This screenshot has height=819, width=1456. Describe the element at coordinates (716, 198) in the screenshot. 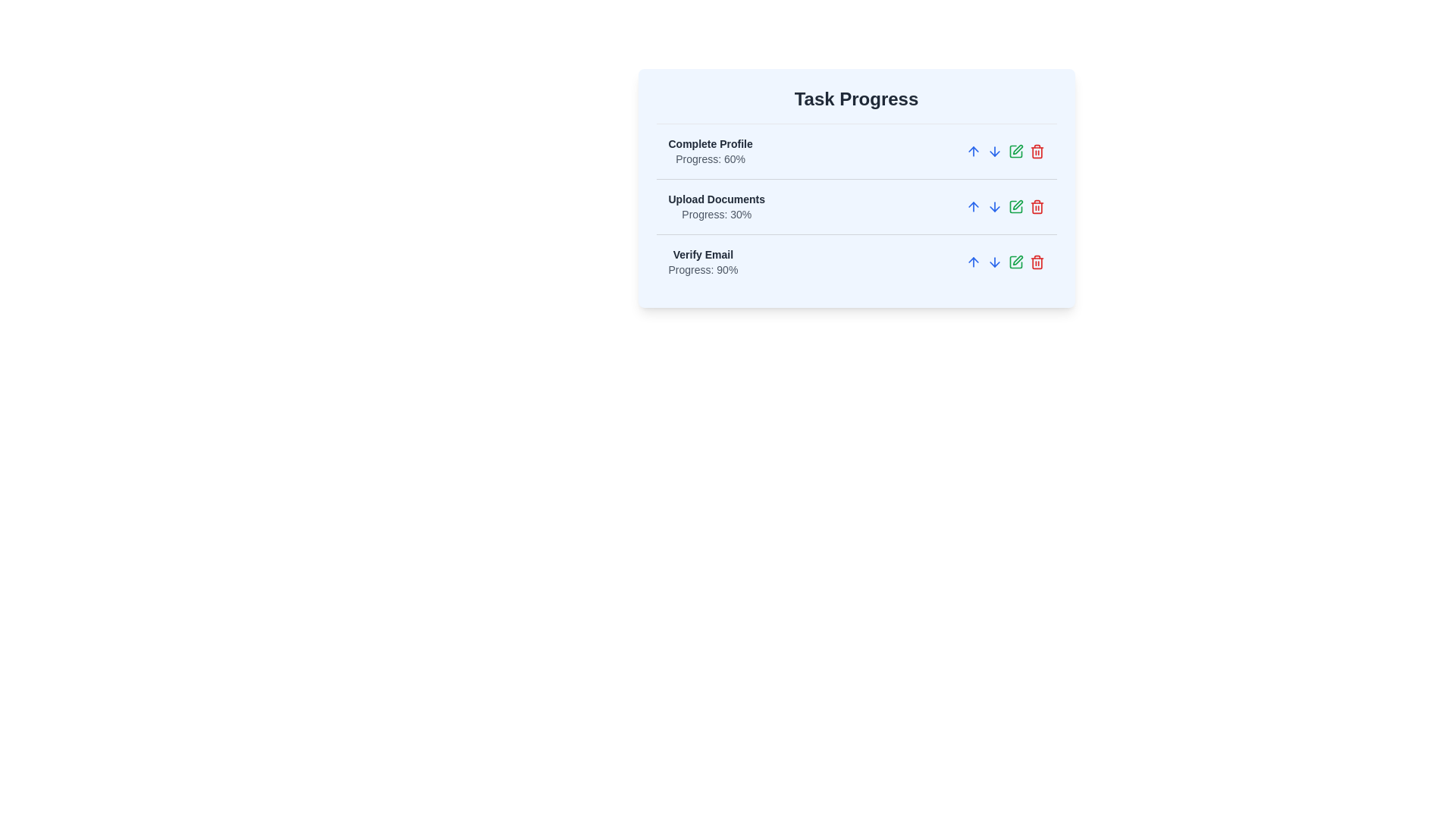

I see `the static text label 'Upload Documents', which is bold and dark gray, located between 'Complete Profile' and 'Verify Email' in the task list` at that location.